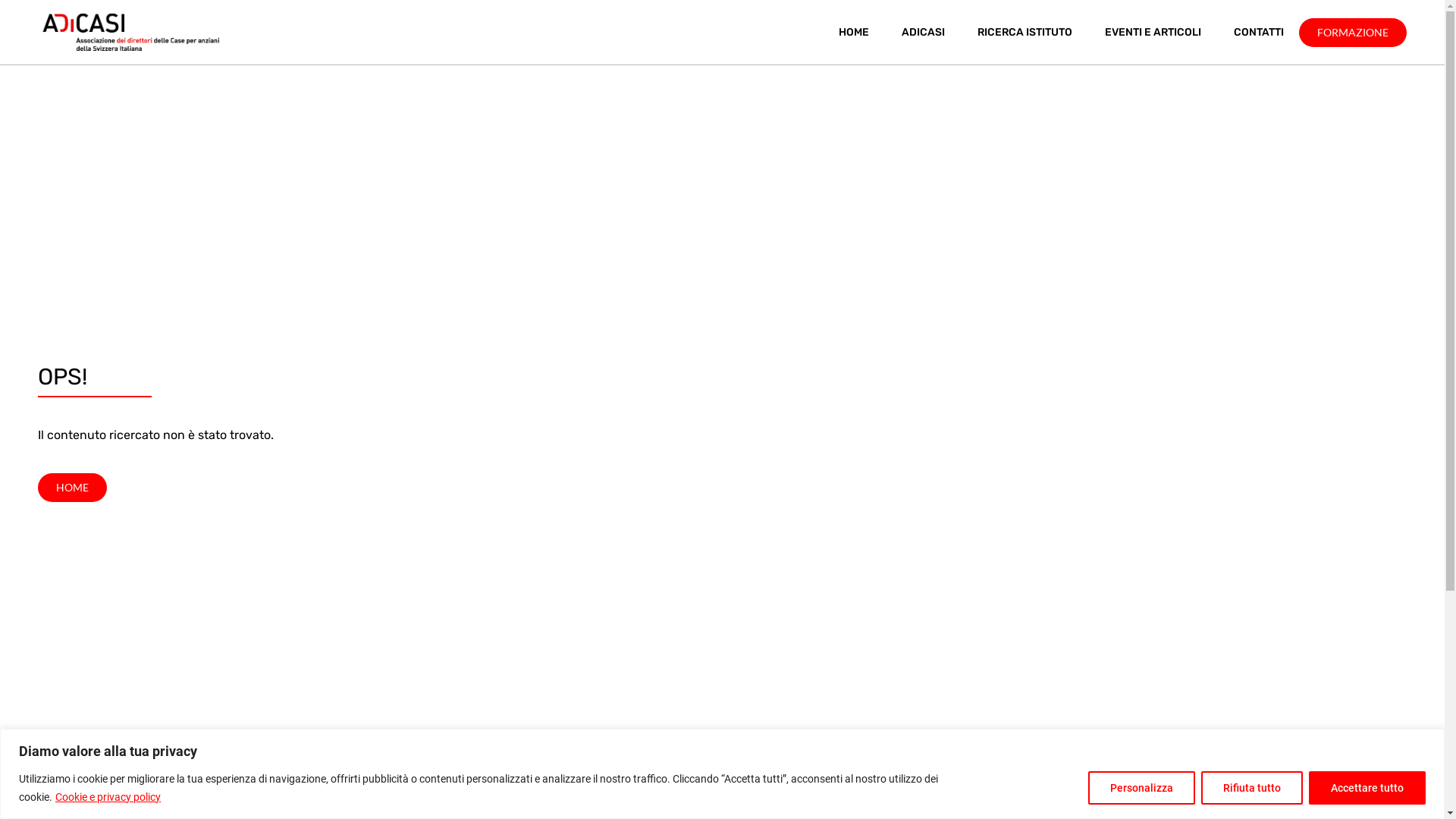 The image size is (1456, 819). Describe the element at coordinates (1141, 786) in the screenshot. I see `'Personalizza'` at that location.